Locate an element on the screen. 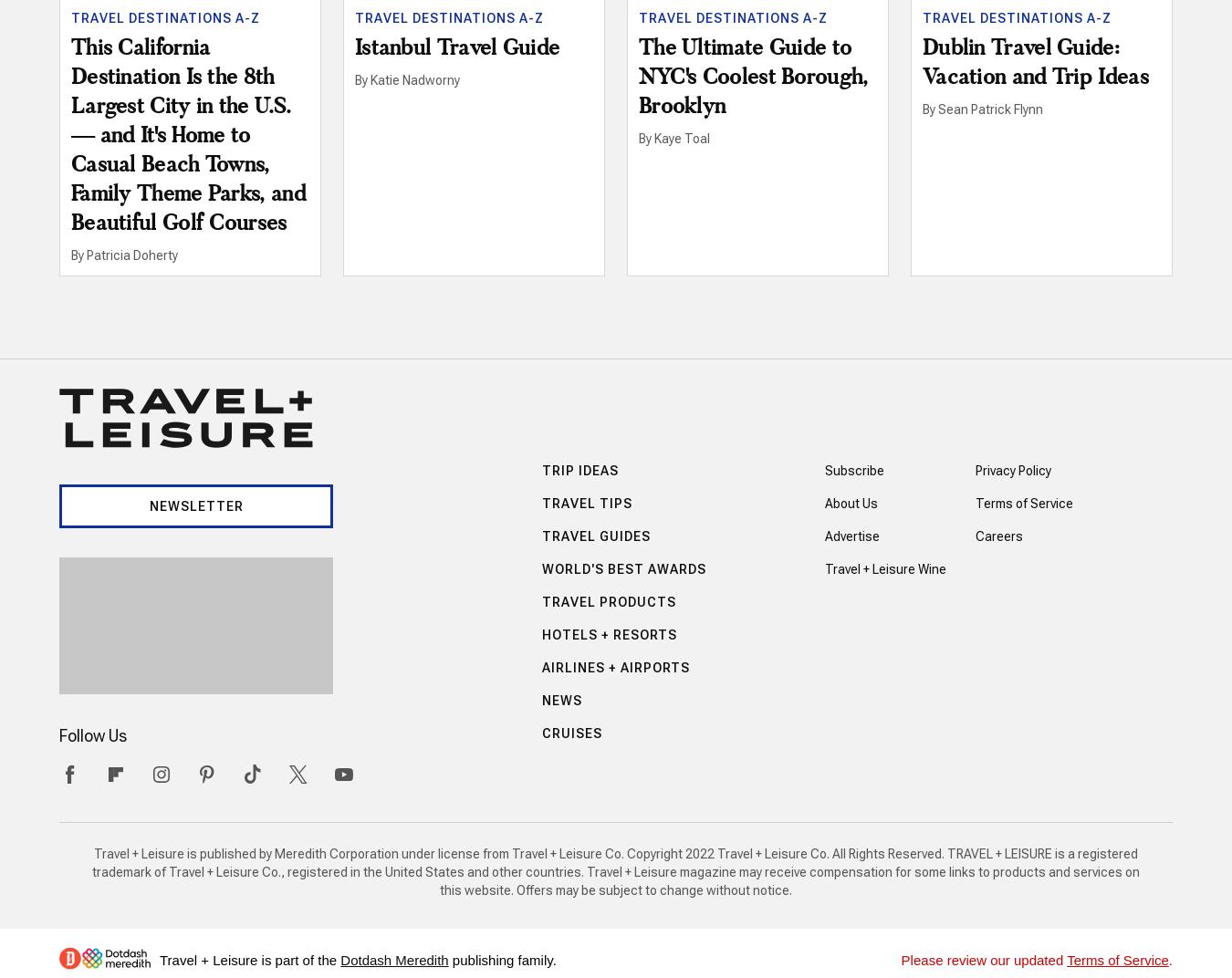 Image resolution: width=1232 pixels, height=978 pixels. 'World's Best Awards' is located at coordinates (621, 568).